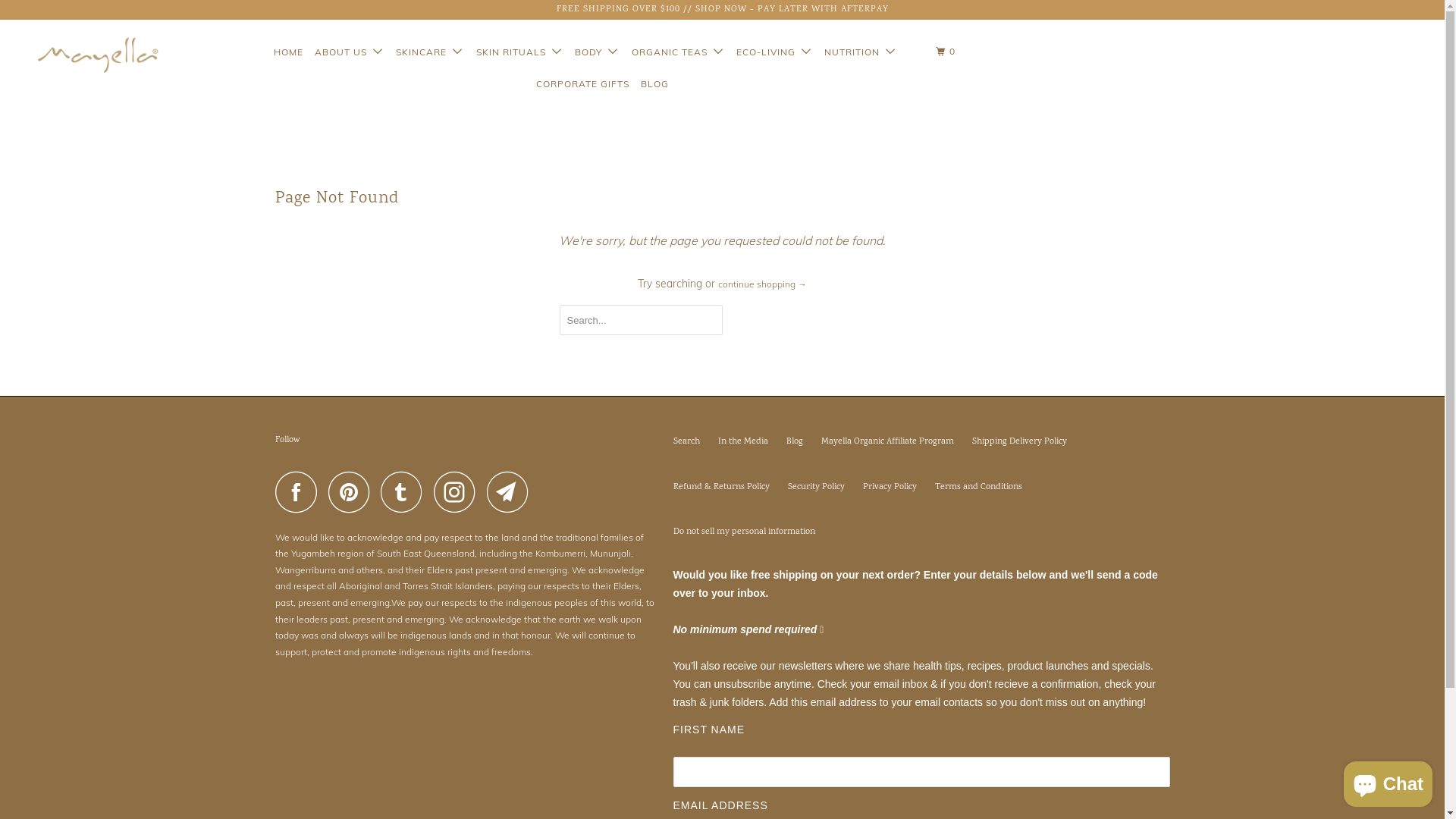 The image size is (1456, 819). What do you see at coordinates (84, 54) in the screenshot?
I see `'Mayella Organics'` at bounding box center [84, 54].